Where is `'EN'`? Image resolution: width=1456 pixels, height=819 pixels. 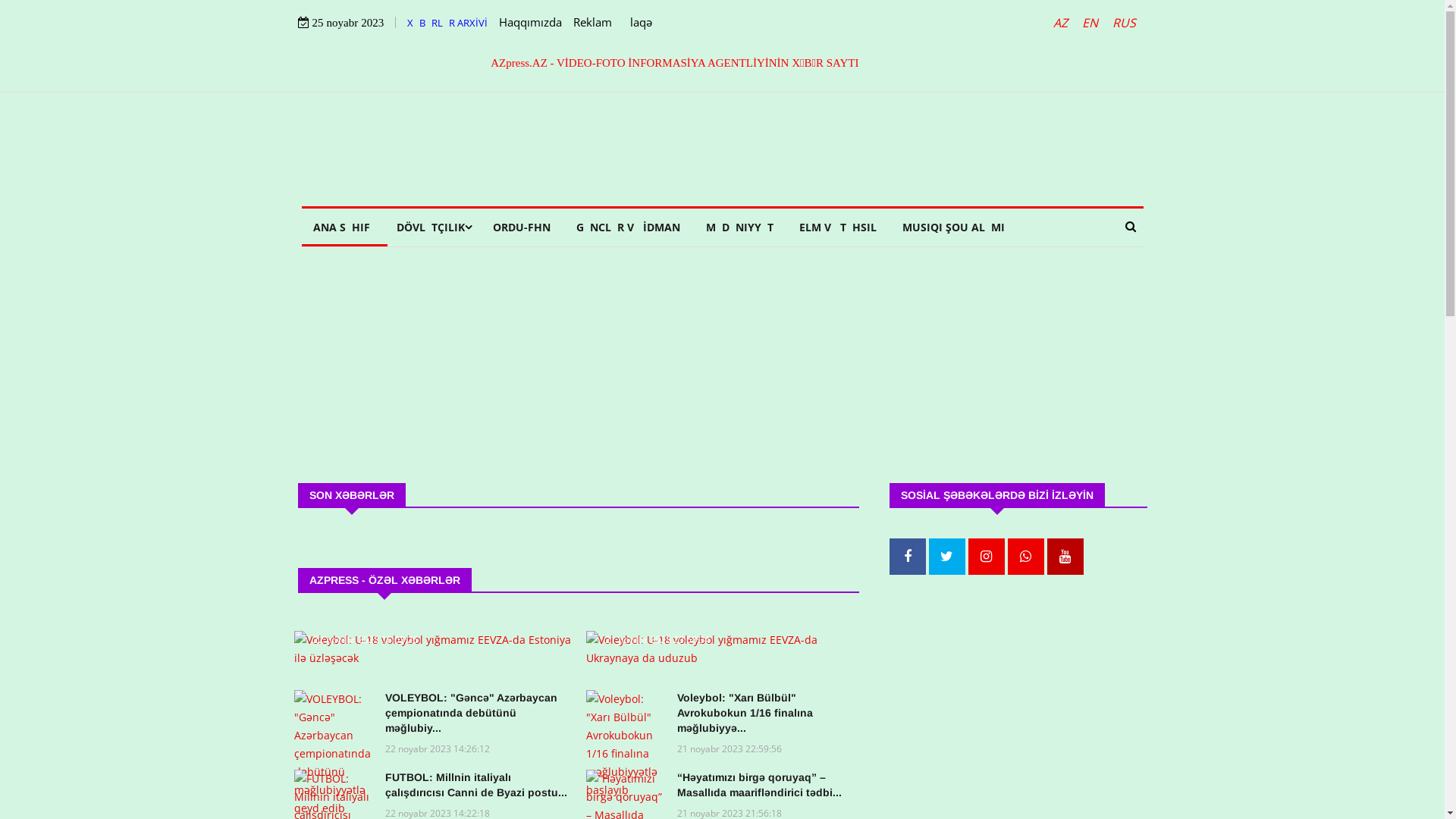 'EN' is located at coordinates (1090, 23).